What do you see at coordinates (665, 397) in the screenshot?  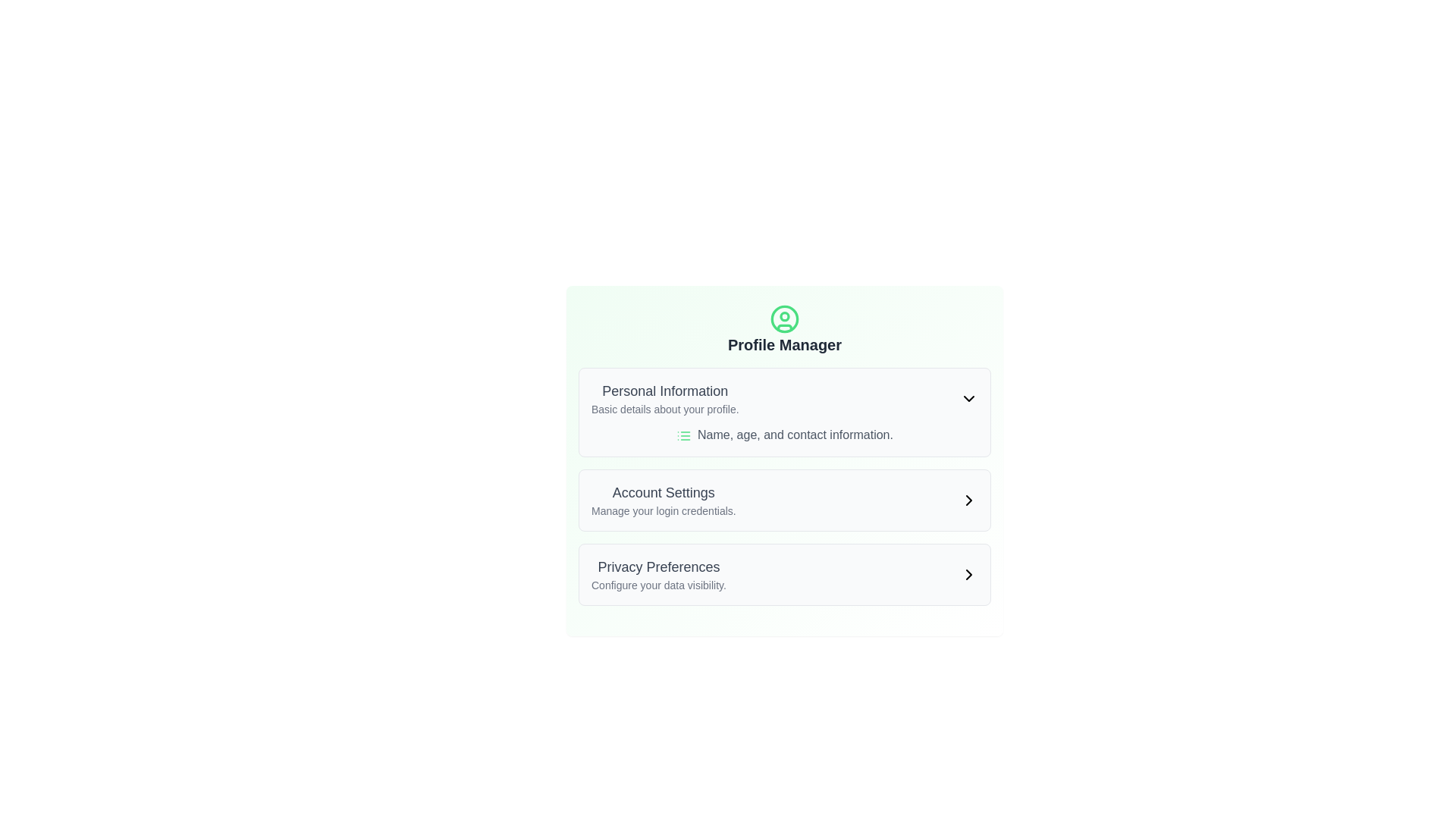 I see `the primary text component of the 'Personal Information' section, which serves as the title and description, located at the top-left of the first card under 'Profile Manager'` at bounding box center [665, 397].